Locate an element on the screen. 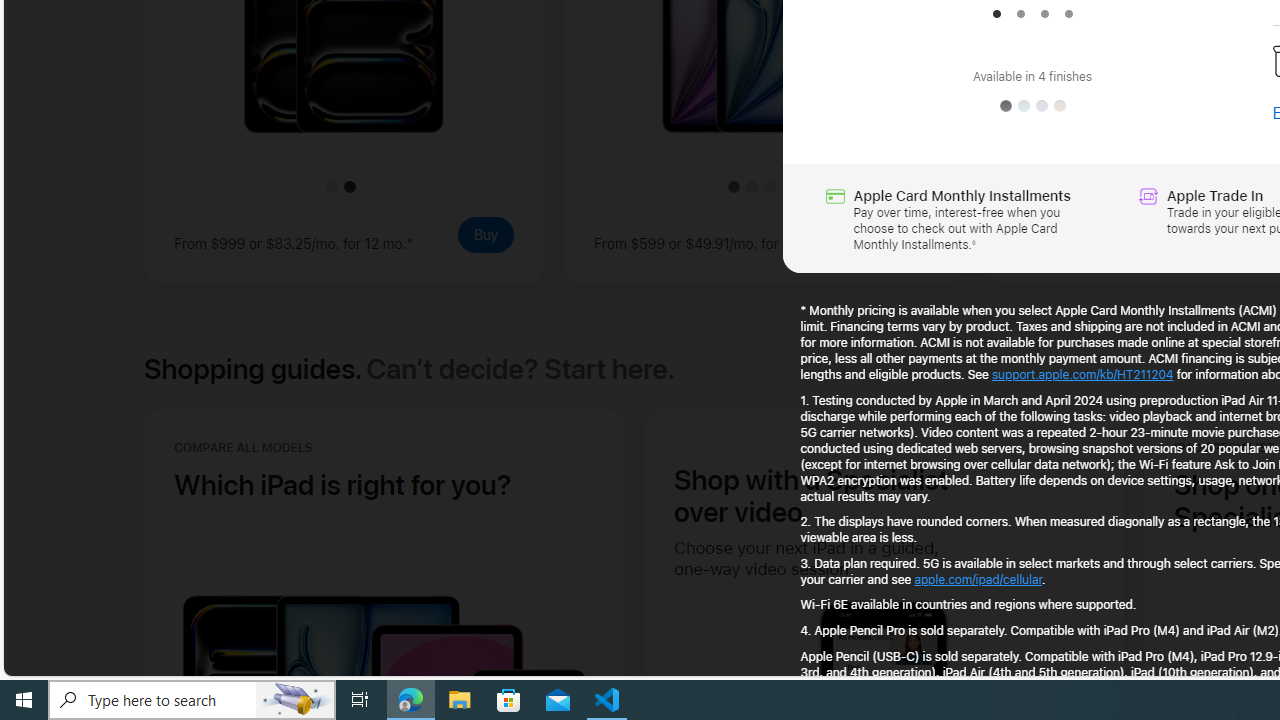 The image size is (1280, 720). 'Space Gray' is located at coordinates (1005, 106).